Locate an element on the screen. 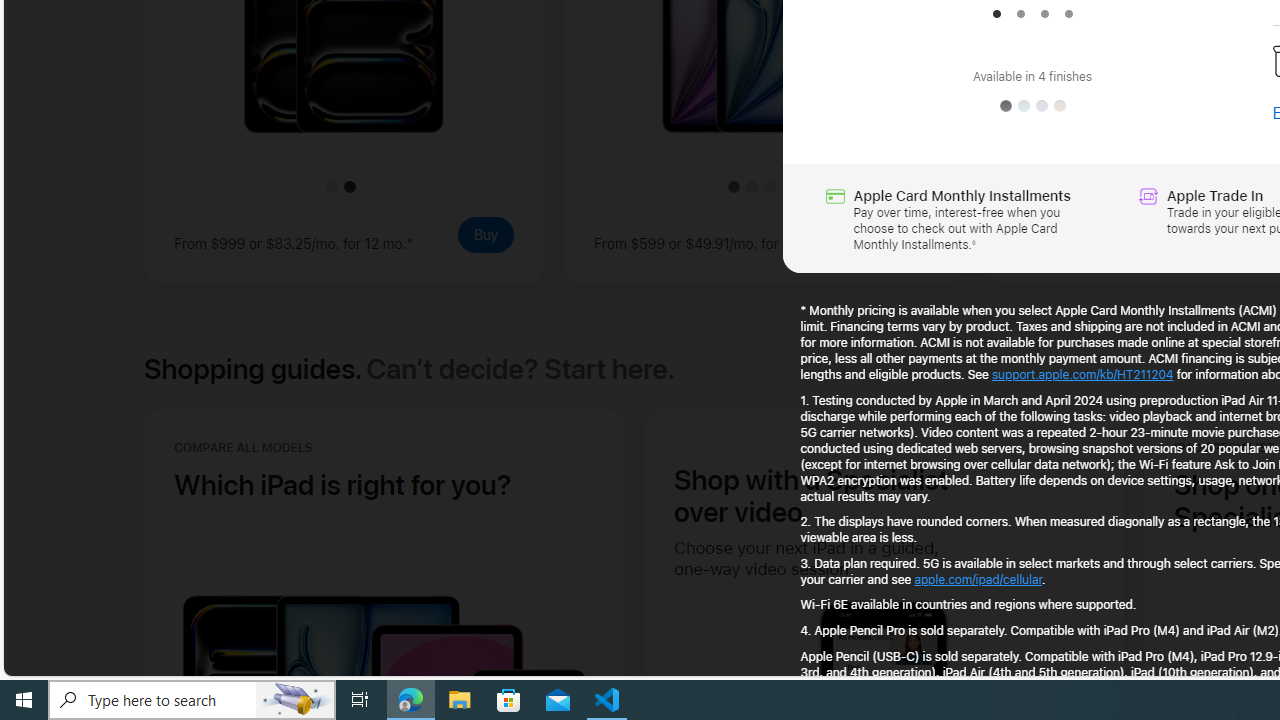 The image size is (1280, 720). 'Space Gray' is located at coordinates (1005, 106).